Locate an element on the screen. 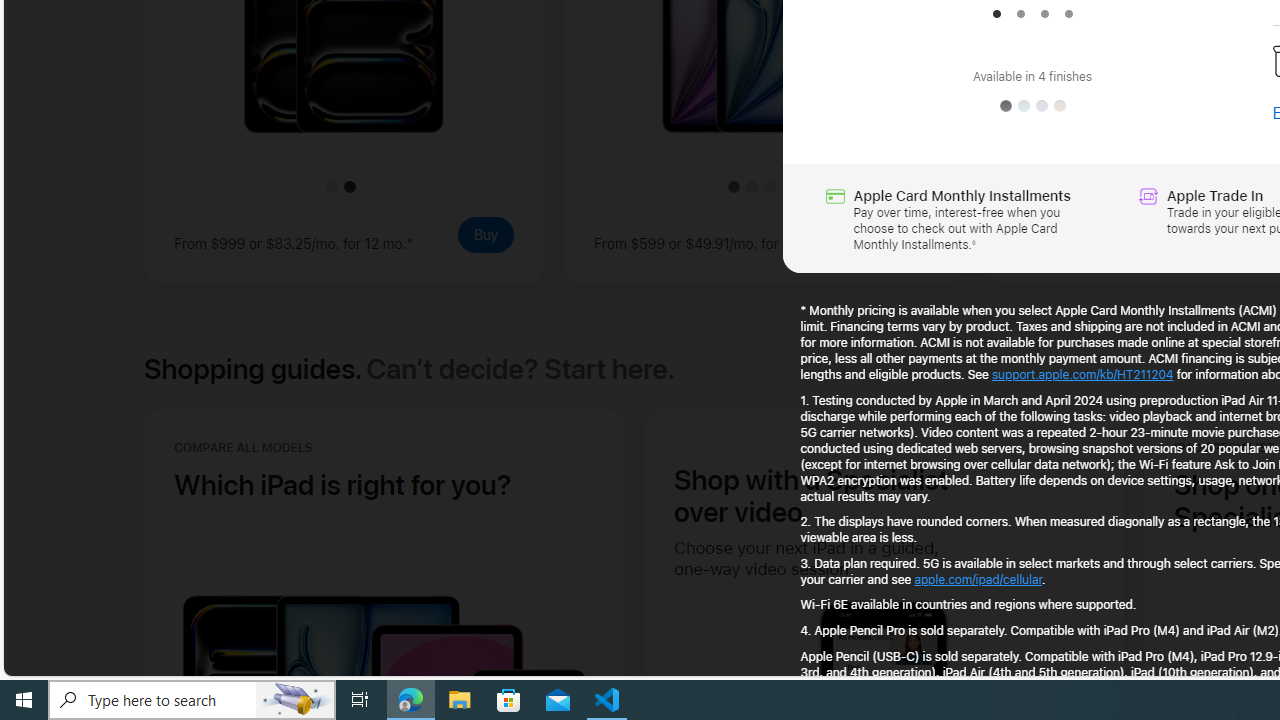 The image size is (1280, 720). 'Space Gray' is located at coordinates (1005, 106).